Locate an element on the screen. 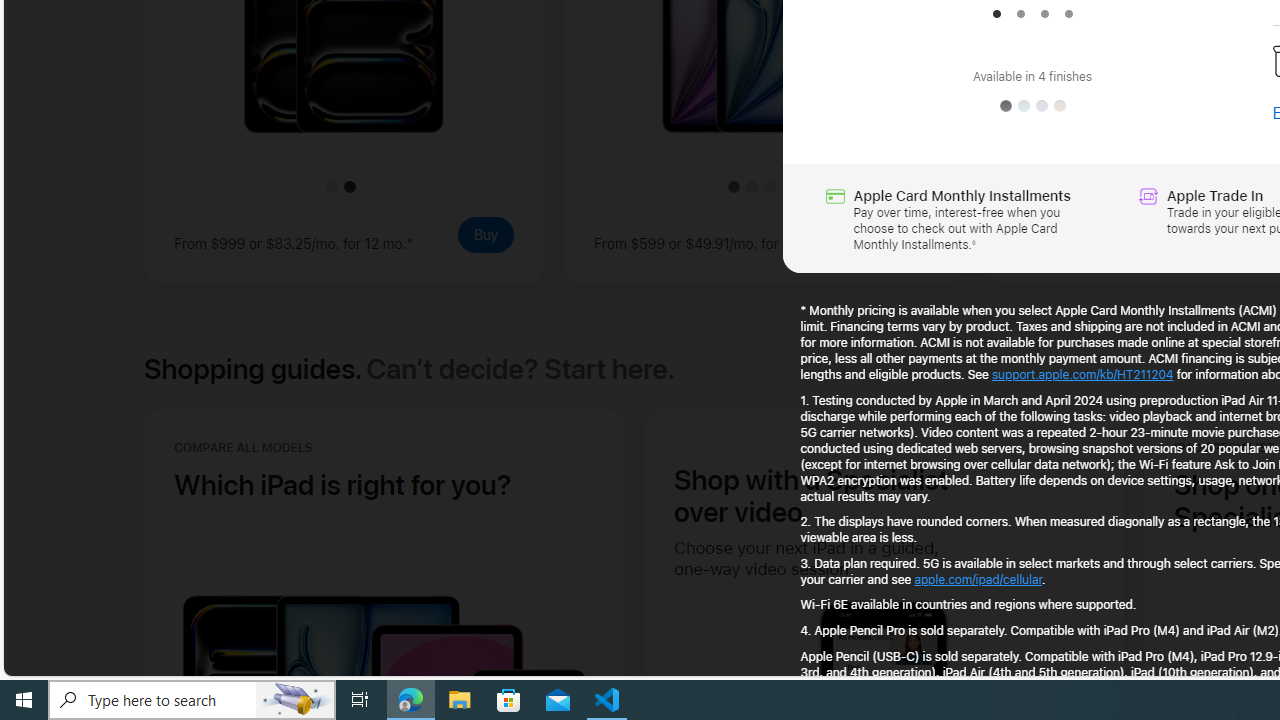 The image size is (1280, 720). 'Space Gray' is located at coordinates (1005, 106).